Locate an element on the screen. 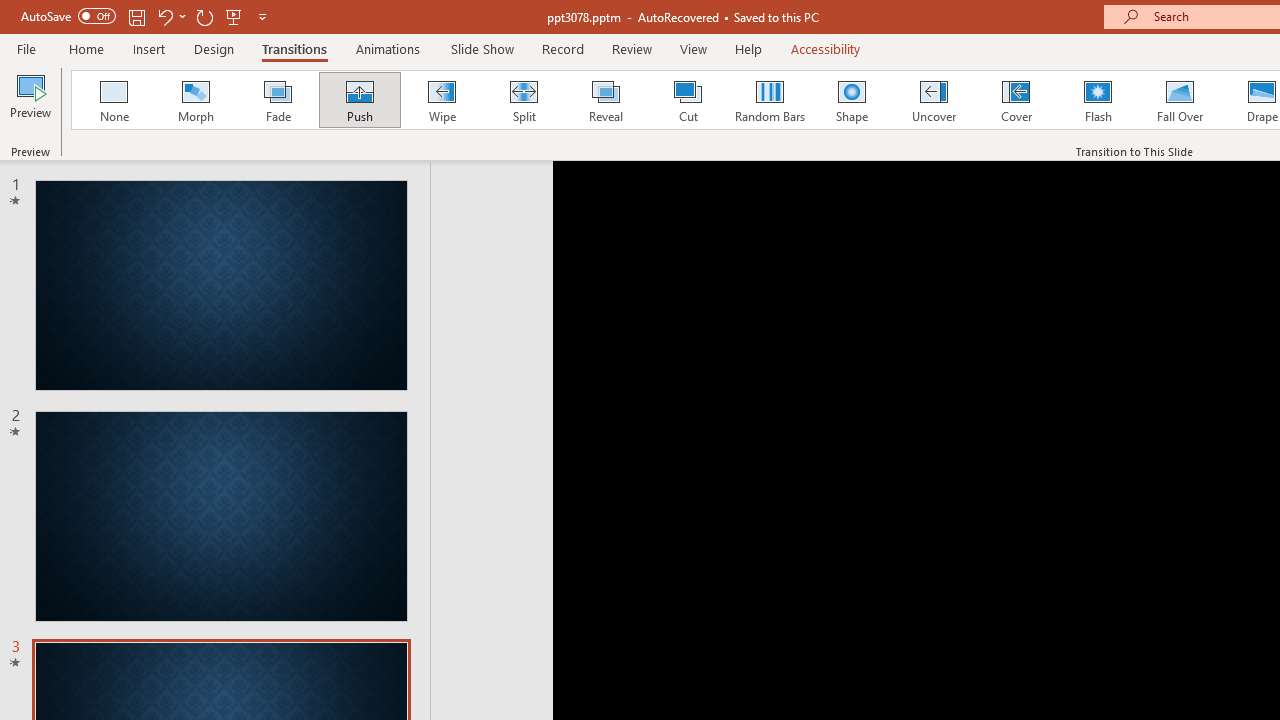 The height and width of the screenshot is (720, 1280). 'Uncover' is located at coordinates (933, 100).